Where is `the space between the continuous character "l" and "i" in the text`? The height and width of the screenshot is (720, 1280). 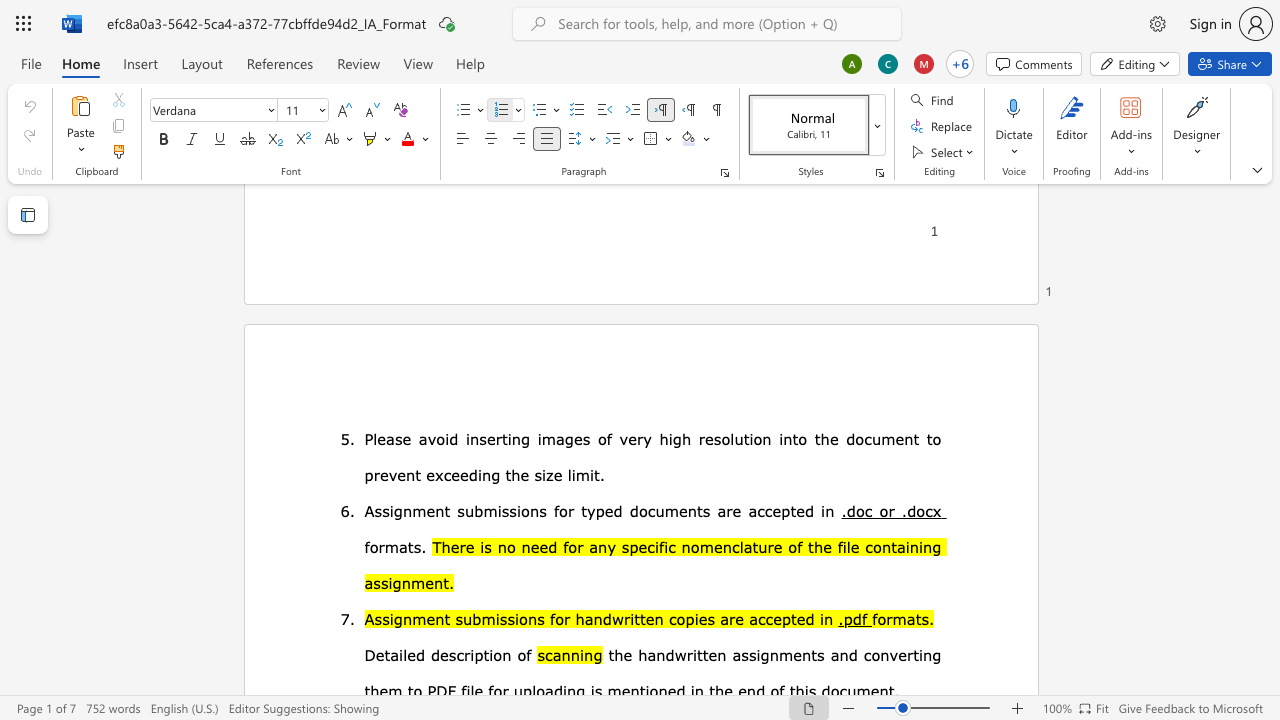
the space between the continuous character "l" and "i" in the text is located at coordinates (570, 474).